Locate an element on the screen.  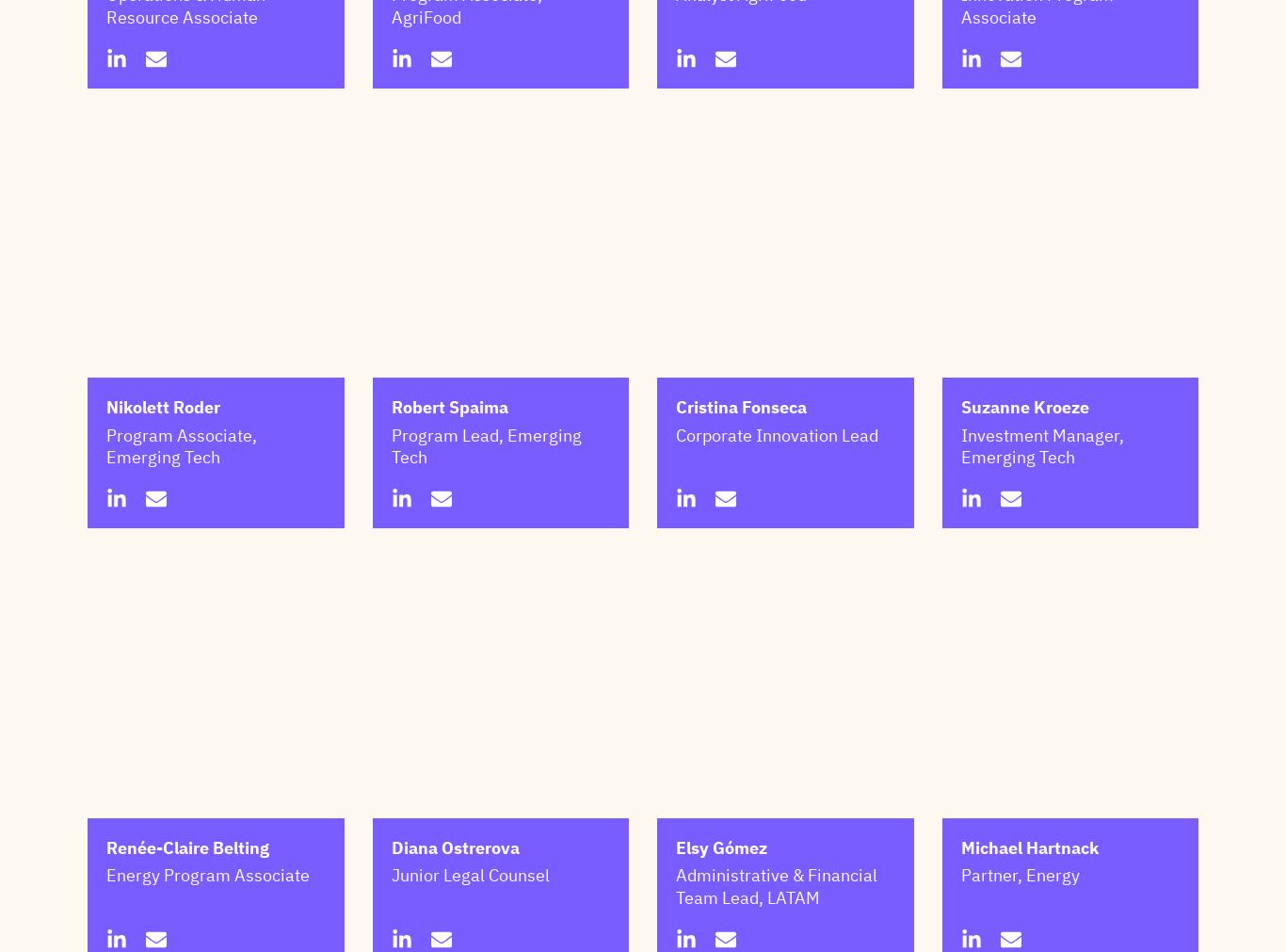
'Cristina Fonseca' is located at coordinates (675, 501).